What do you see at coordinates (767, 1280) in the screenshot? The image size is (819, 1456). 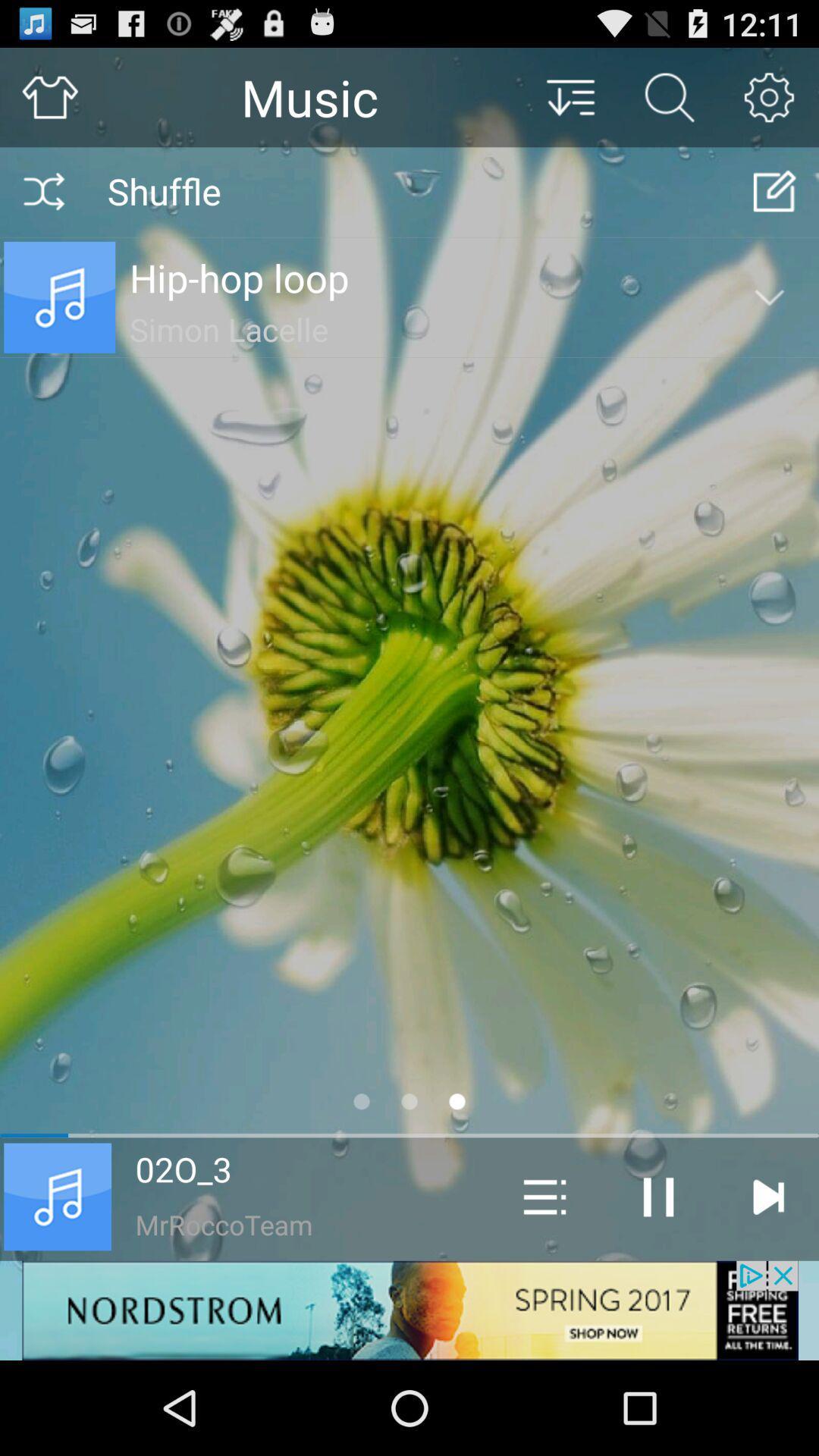 I see `the skip_next icon` at bounding box center [767, 1280].